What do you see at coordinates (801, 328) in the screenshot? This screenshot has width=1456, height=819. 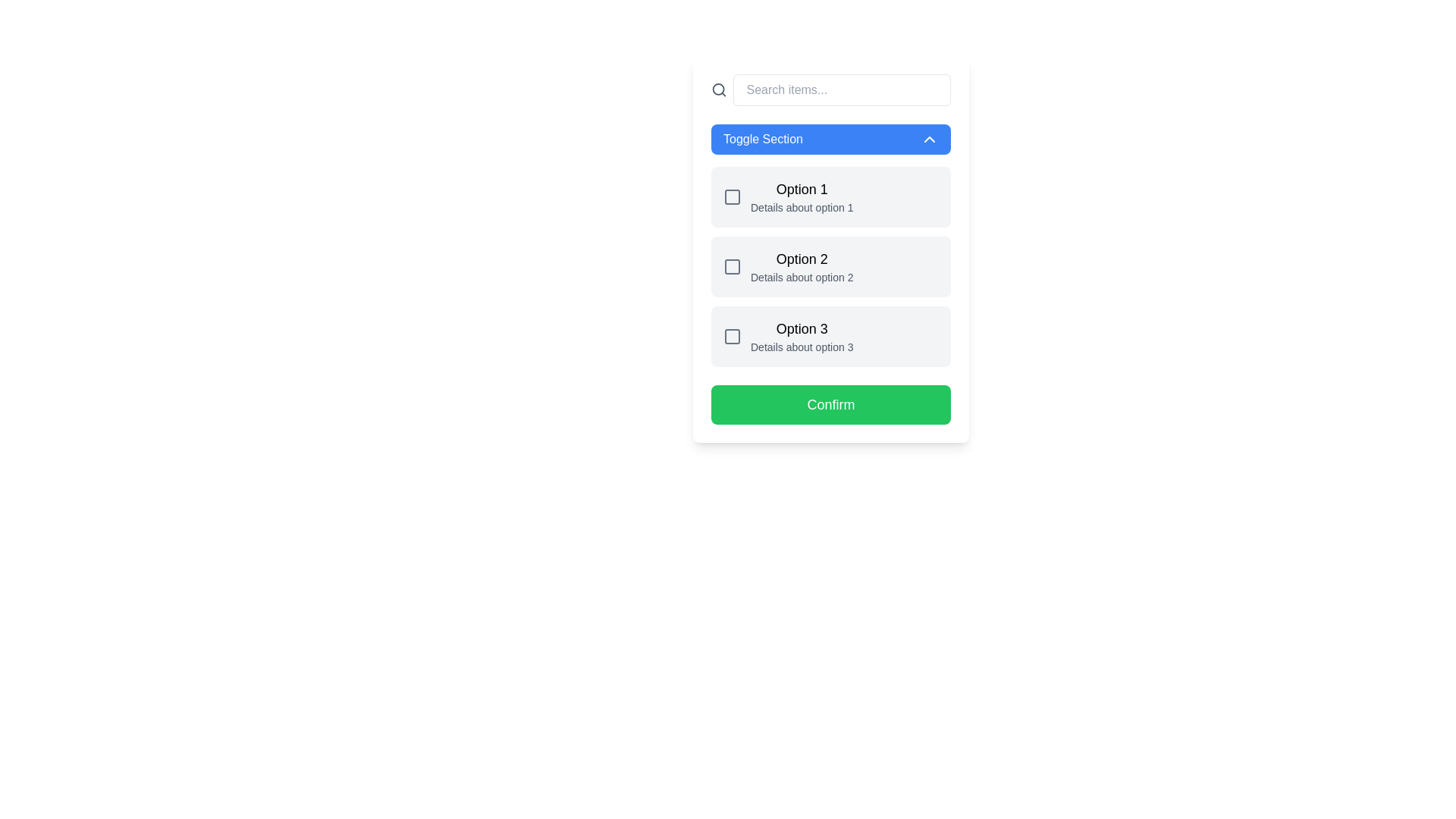 I see `the static text label that serves as the identifier for the third option in a vertically organized selectable list` at bounding box center [801, 328].